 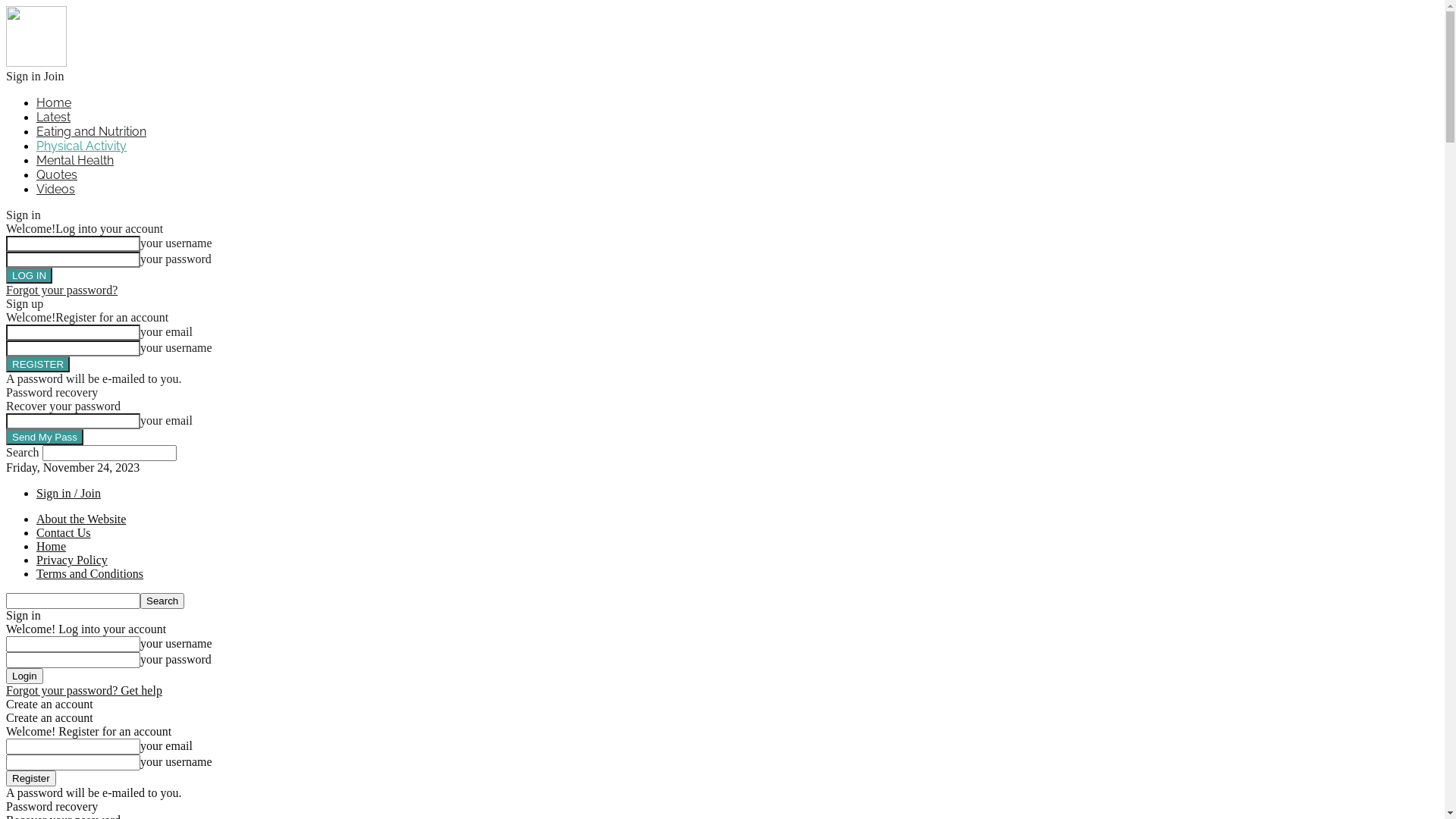 What do you see at coordinates (54, 76) in the screenshot?
I see `'Join'` at bounding box center [54, 76].